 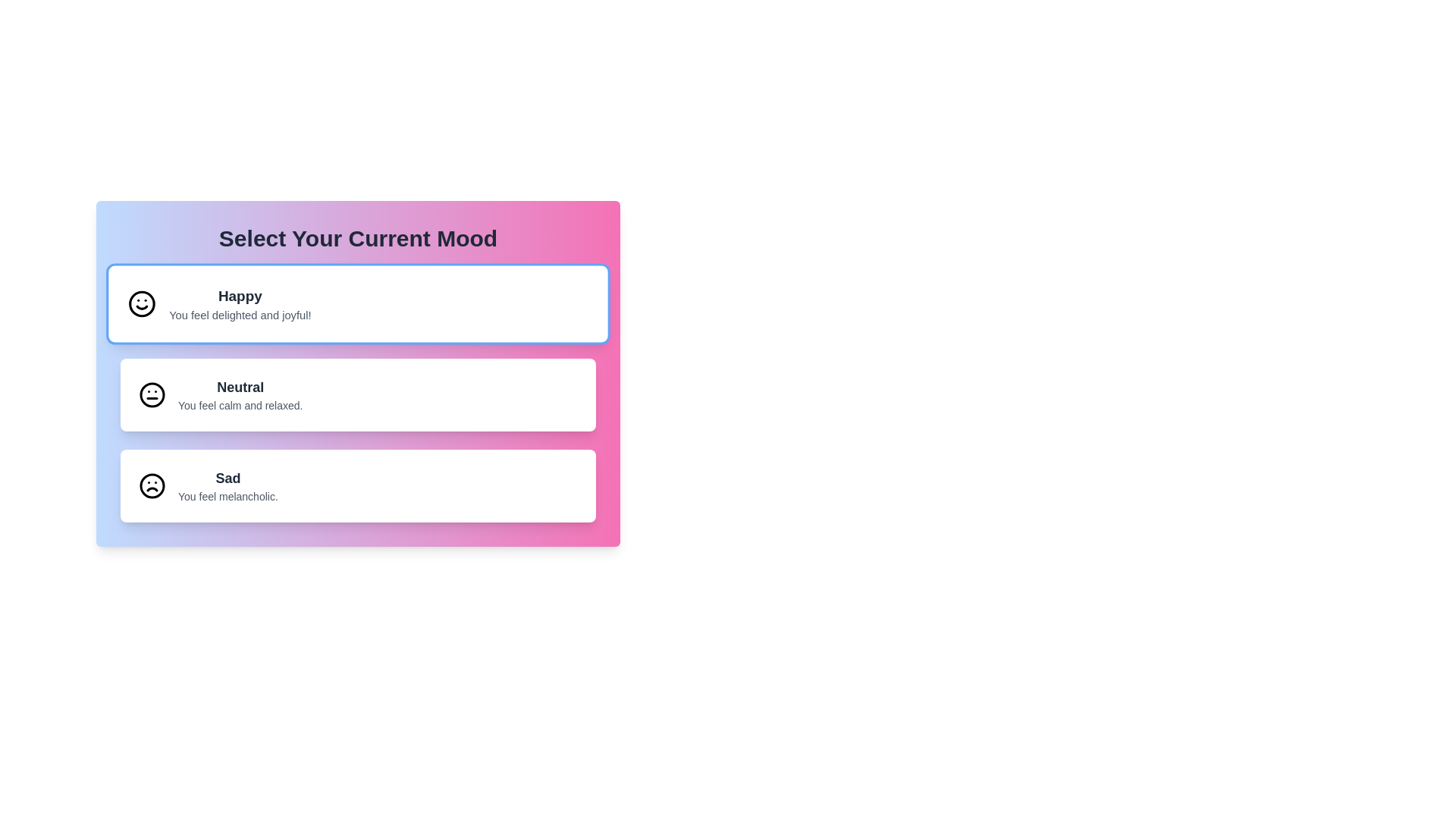 I want to click on the 'Sad' mood selection icon located to the left of the 'Sad' mood button in the vertical list of mood options, so click(x=152, y=485).